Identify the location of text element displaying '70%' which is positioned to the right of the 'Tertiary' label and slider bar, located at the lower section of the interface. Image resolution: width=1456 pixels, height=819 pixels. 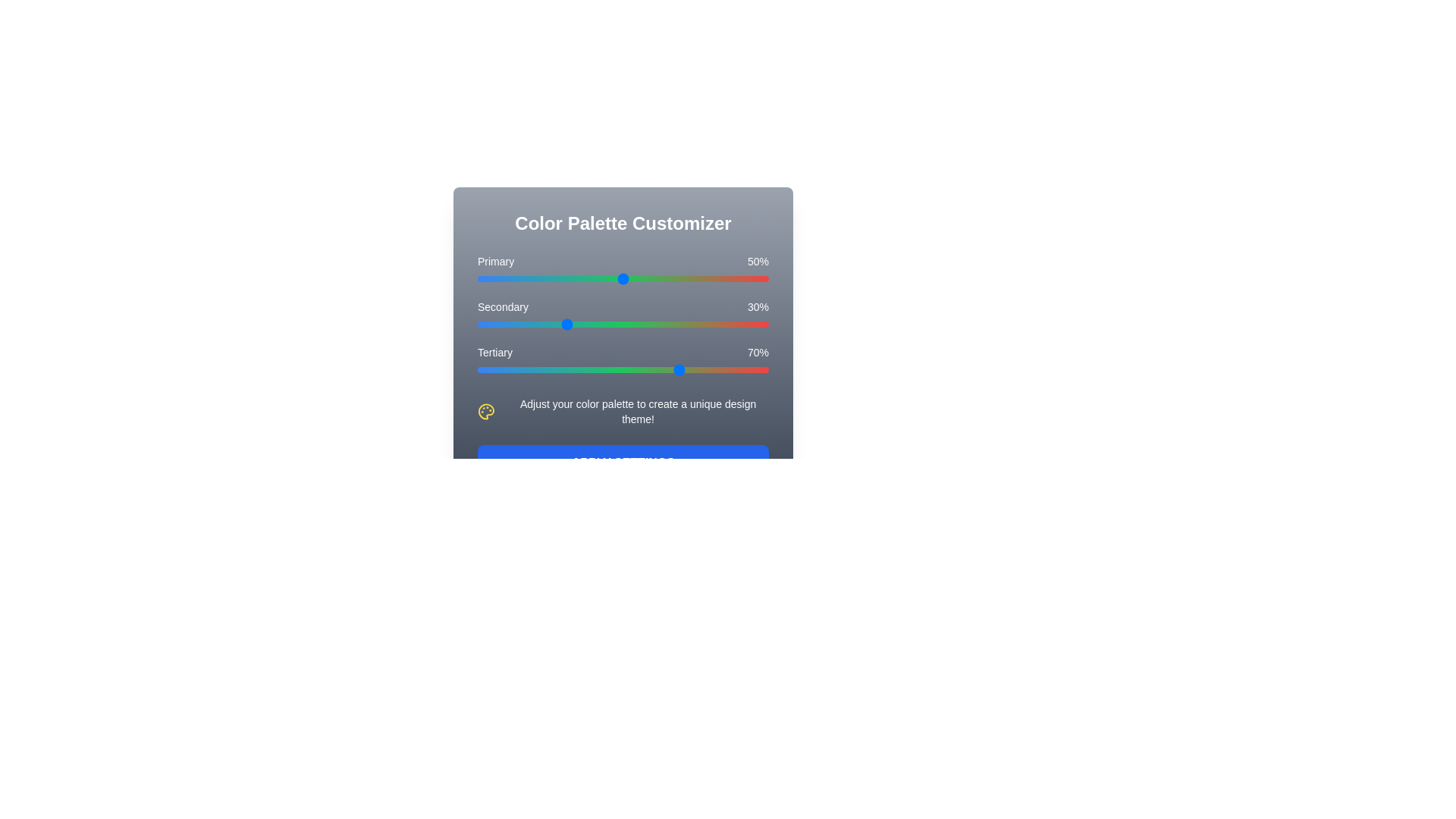
(758, 353).